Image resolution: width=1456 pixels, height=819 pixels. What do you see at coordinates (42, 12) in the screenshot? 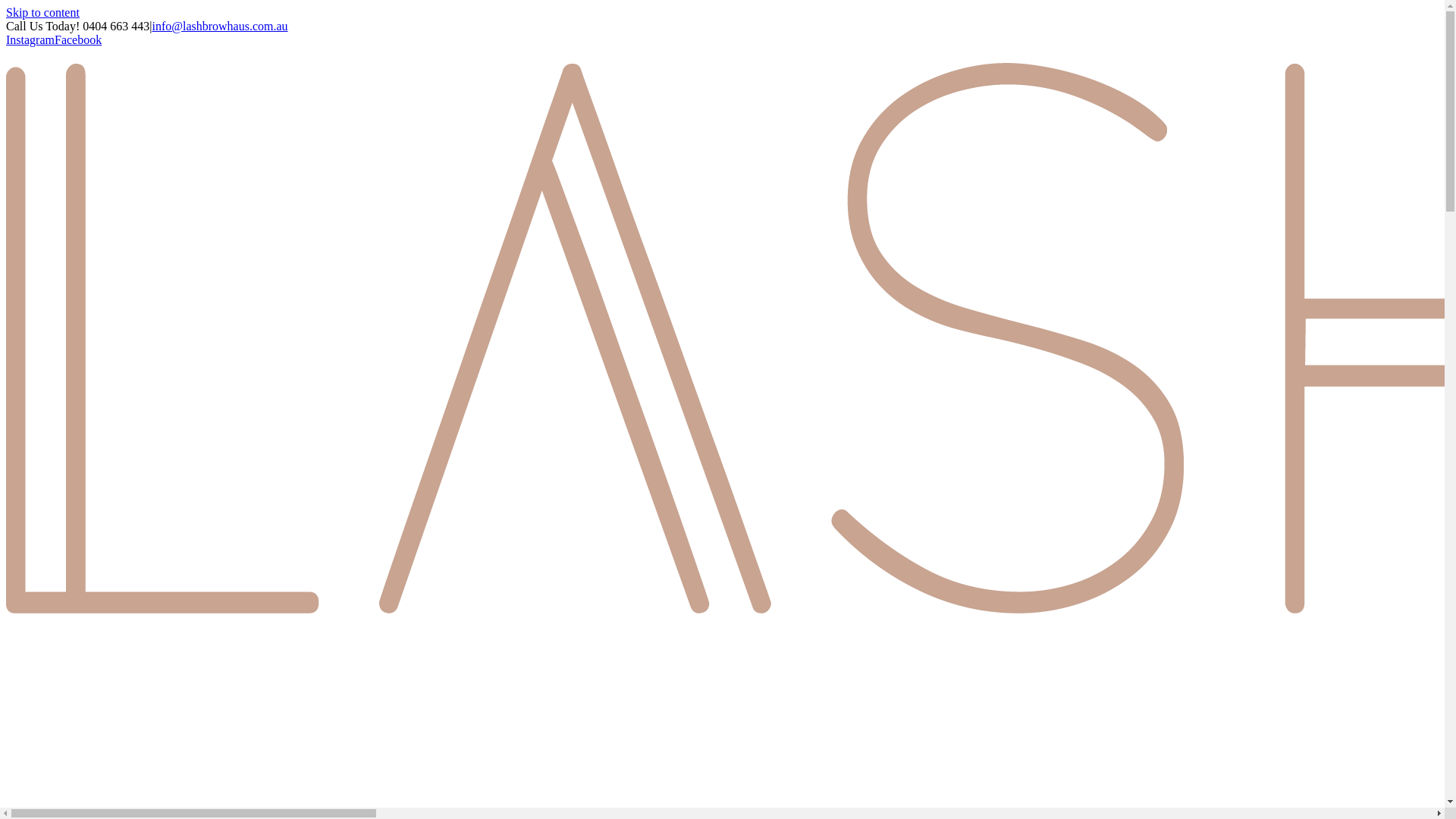
I see `'Skip to content'` at bounding box center [42, 12].